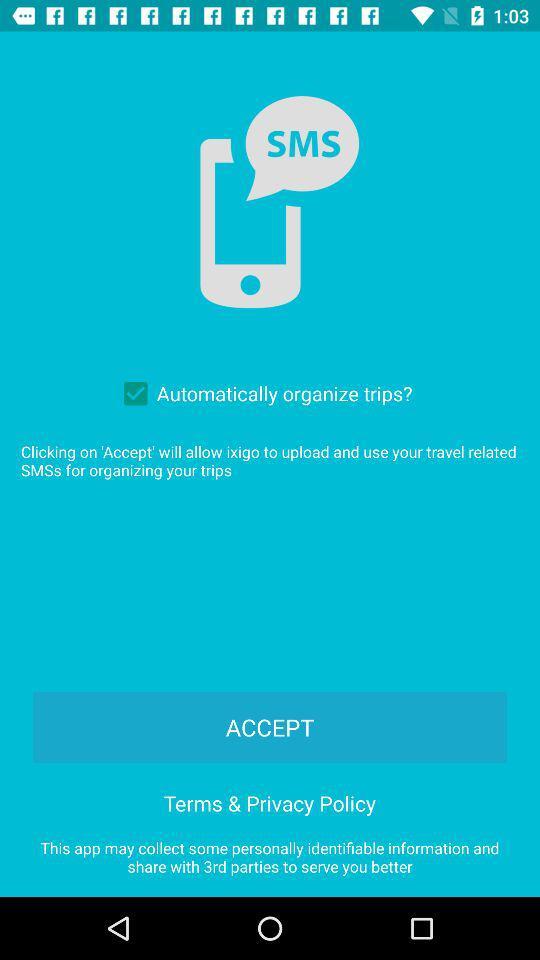 This screenshot has width=540, height=960. What do you see at coordinates (263, 392) in the screenshot?
I see `automatically organize trips? item` at bounding box center [263, 392].